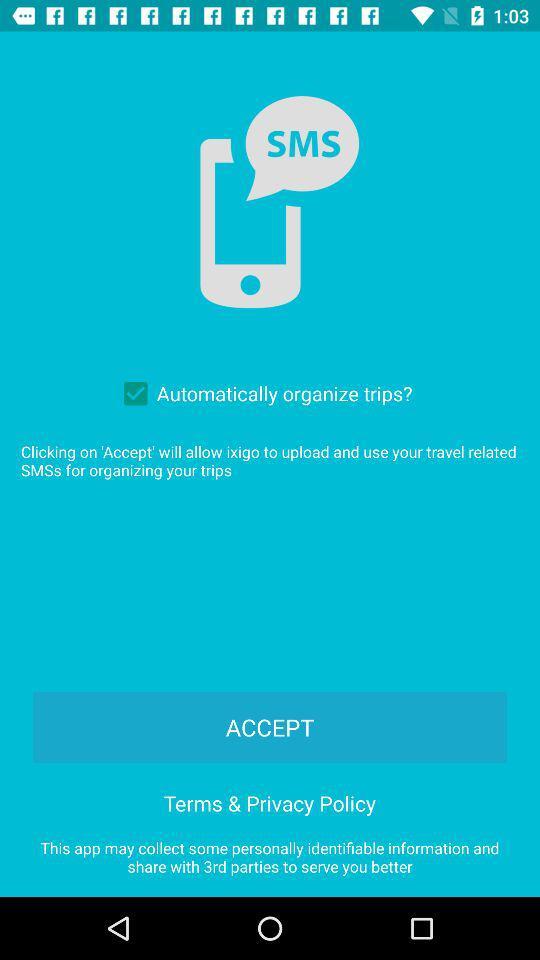 This screenshot has width=540, height=960. What do you see at coordinates (263, 392) in the screenshot?
I see `automatically organize trips? item` at bounding box center [263, 392].